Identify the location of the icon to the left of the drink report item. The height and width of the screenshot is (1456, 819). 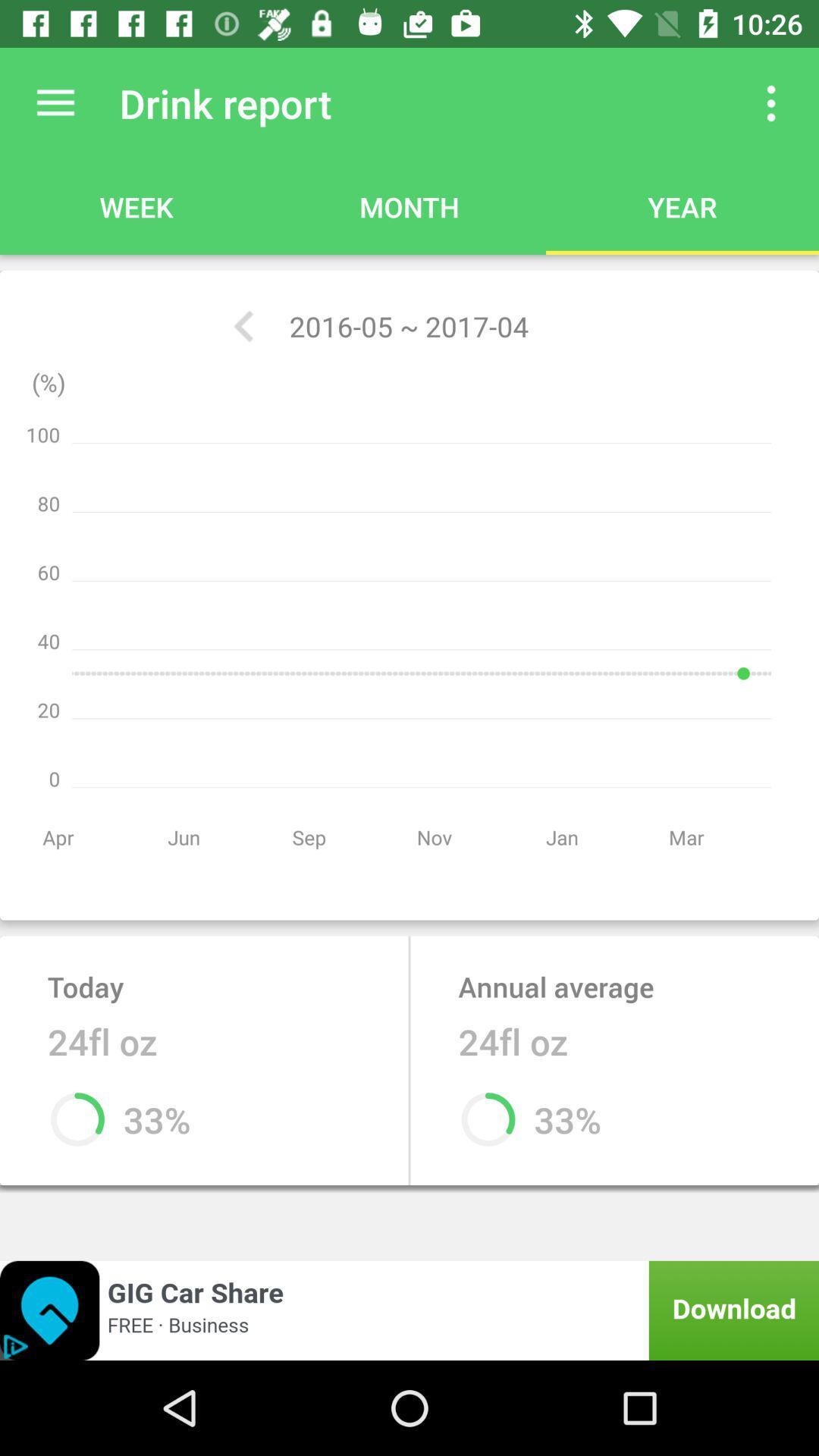
(55, 102).